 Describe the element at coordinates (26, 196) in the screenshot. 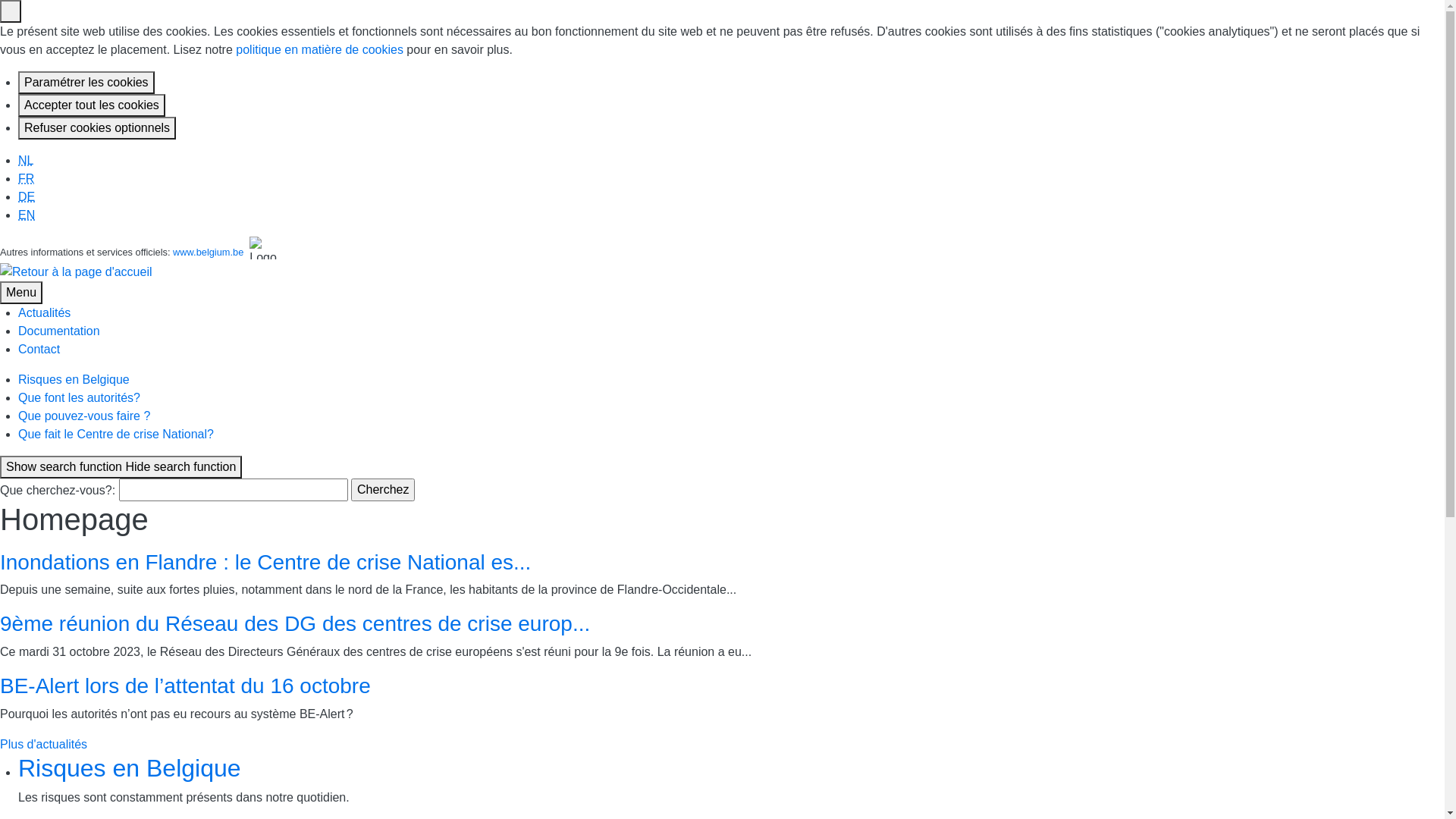

I see `'DE'` at that location.